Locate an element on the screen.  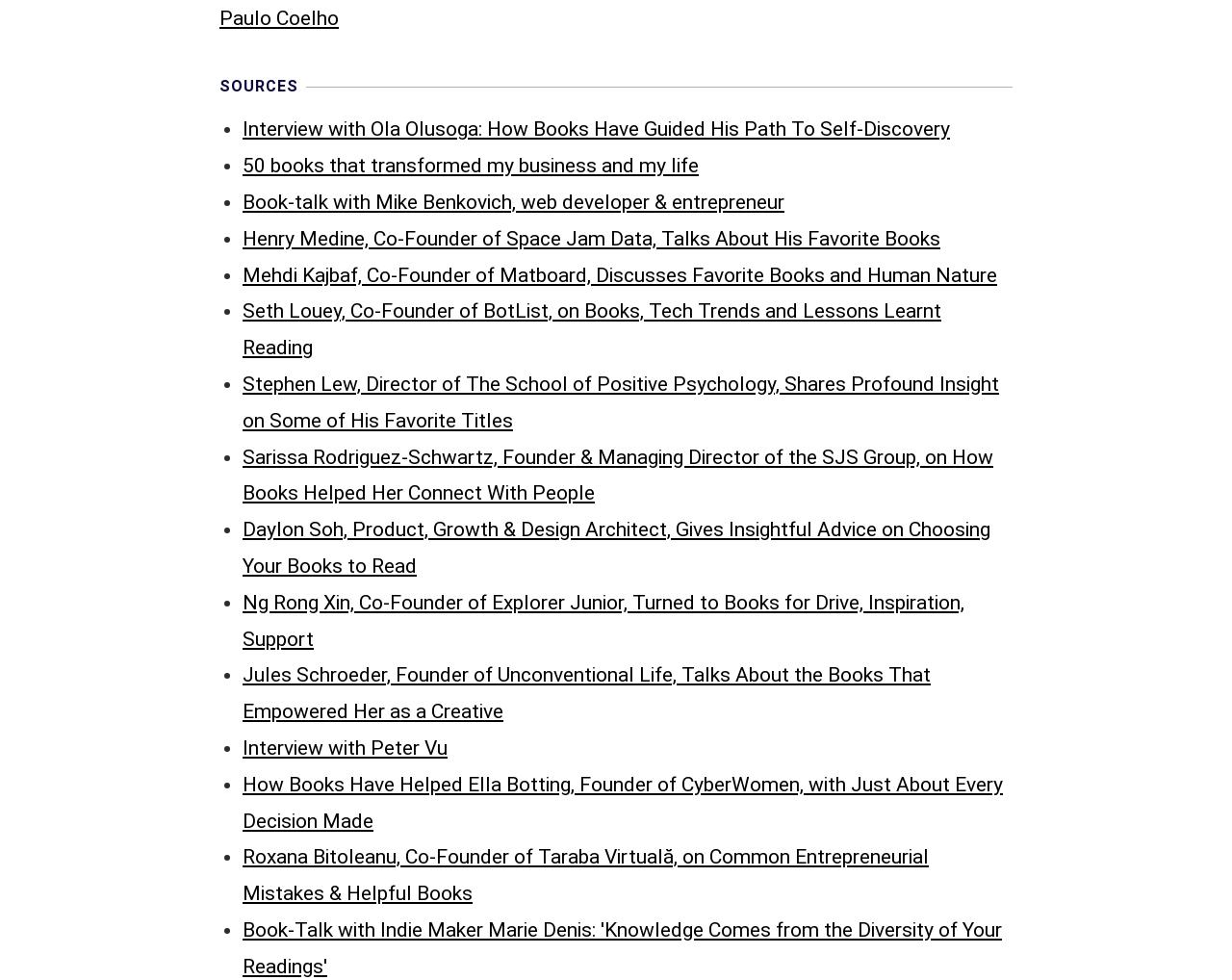
'Interview with Jeremy Boudinet, Marketing Manager at Nextiva: Favorite Books and Reading Habits' is located at coordinates (607, 657).